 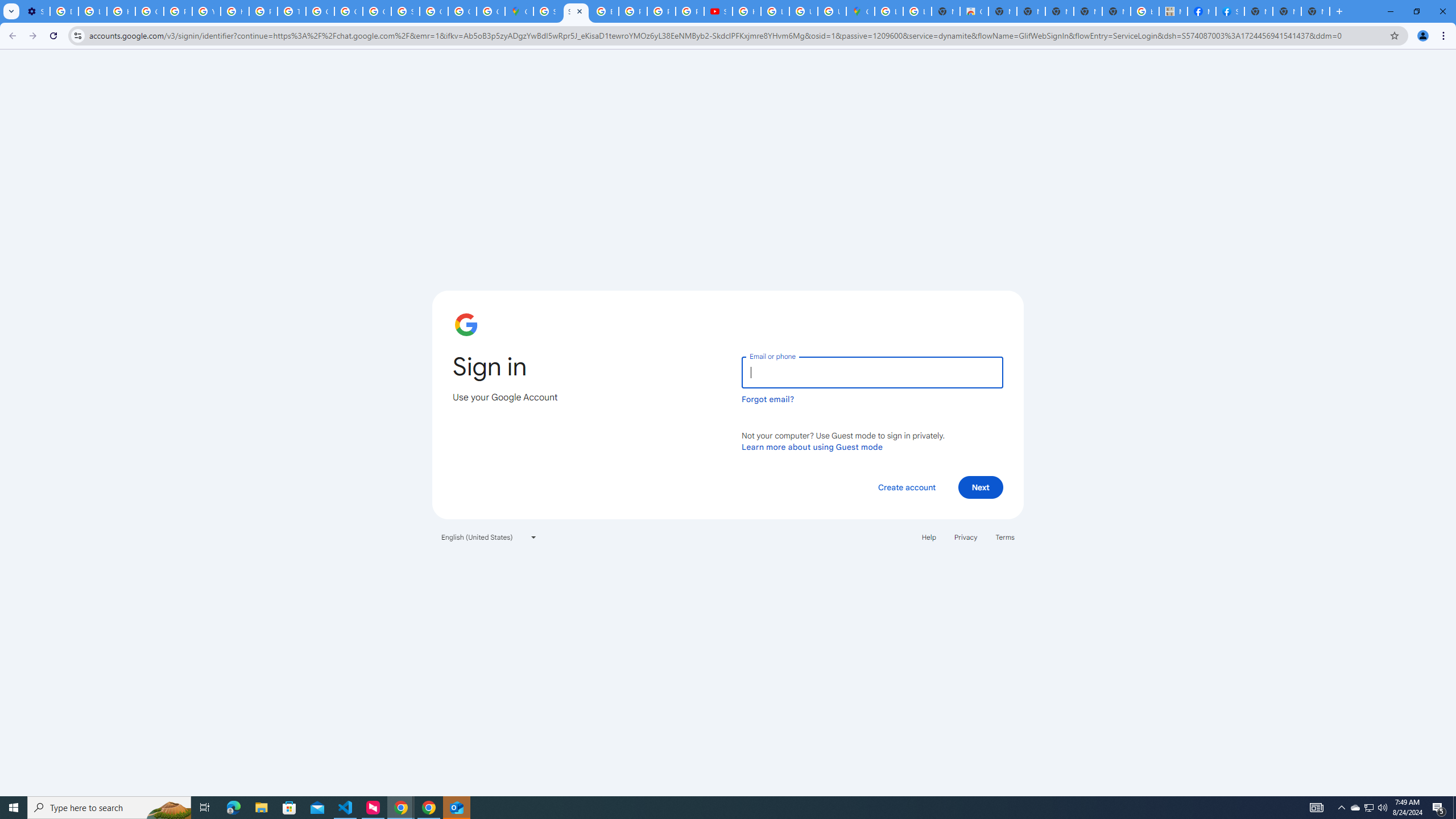 What do you see at coordinates (206, 11) in the screenshot?
I see `'YouTube'` at bounding box center [206, 11].